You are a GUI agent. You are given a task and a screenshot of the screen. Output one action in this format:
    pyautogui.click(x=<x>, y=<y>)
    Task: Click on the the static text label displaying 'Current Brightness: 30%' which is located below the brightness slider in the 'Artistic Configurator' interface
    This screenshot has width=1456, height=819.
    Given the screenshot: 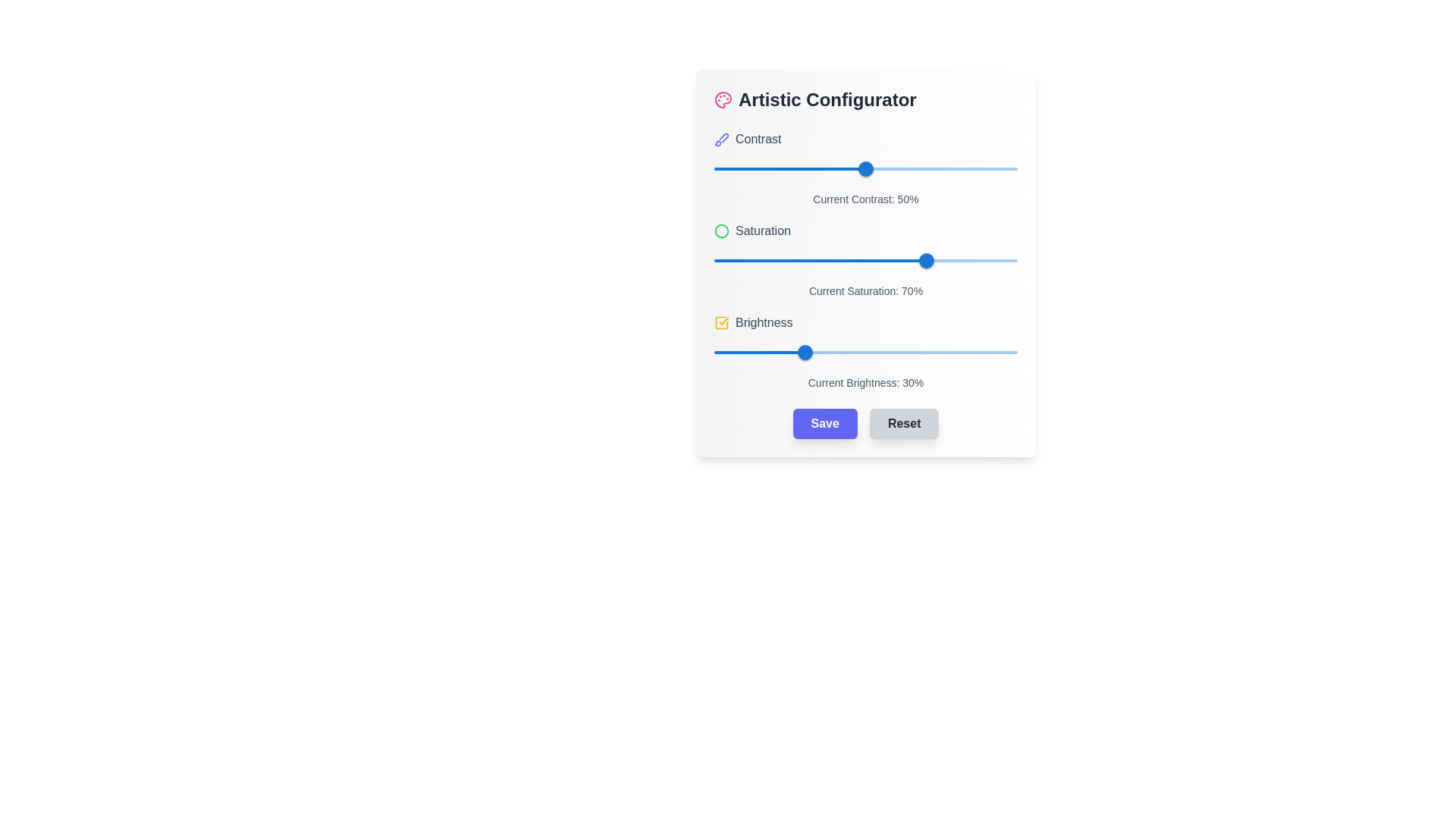 What is the action you would take?
    pyautogui.click(x=866, y=382)
    